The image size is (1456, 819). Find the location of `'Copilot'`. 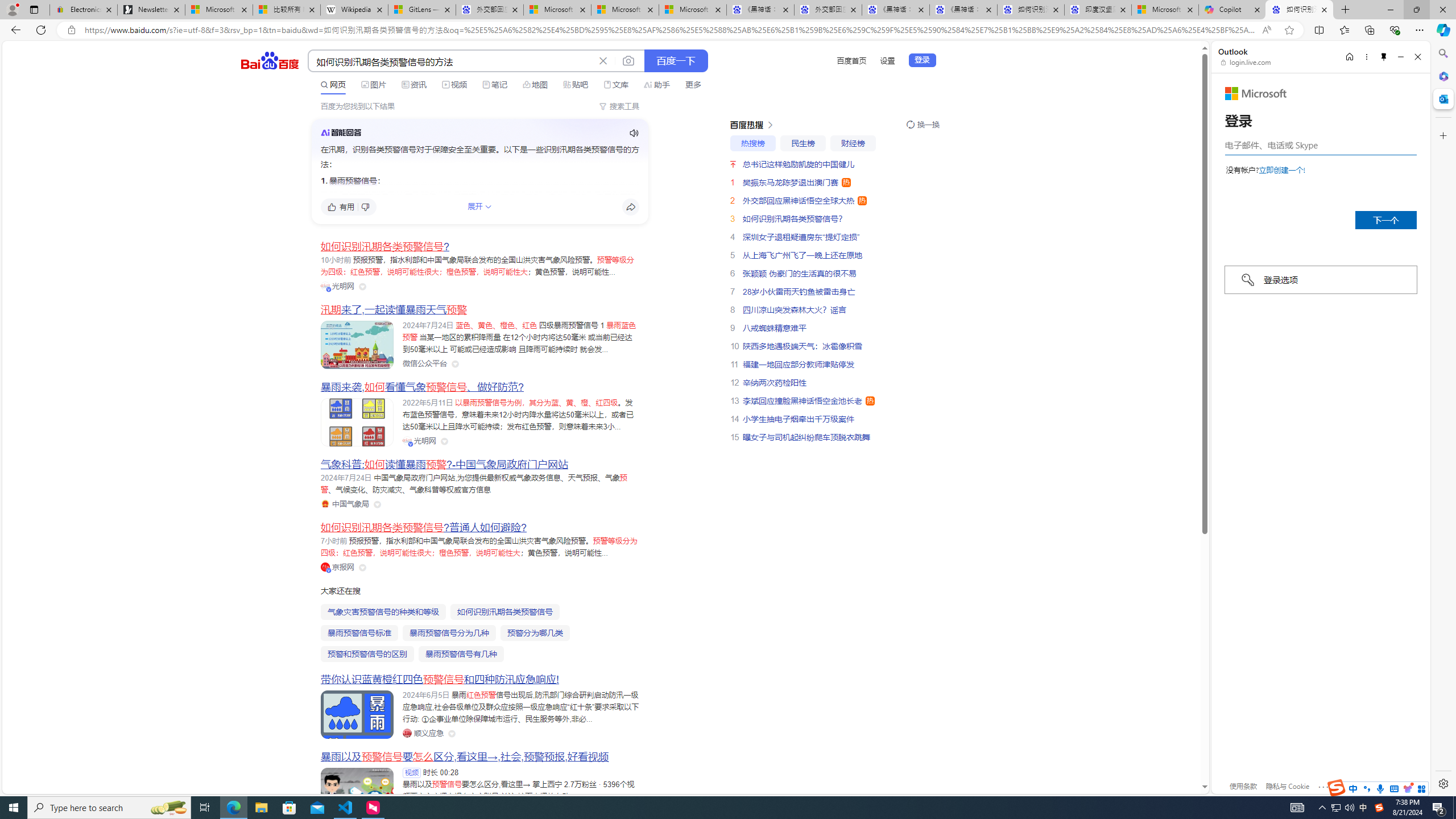

'Copilot' is located at coordinates (1232, 9).